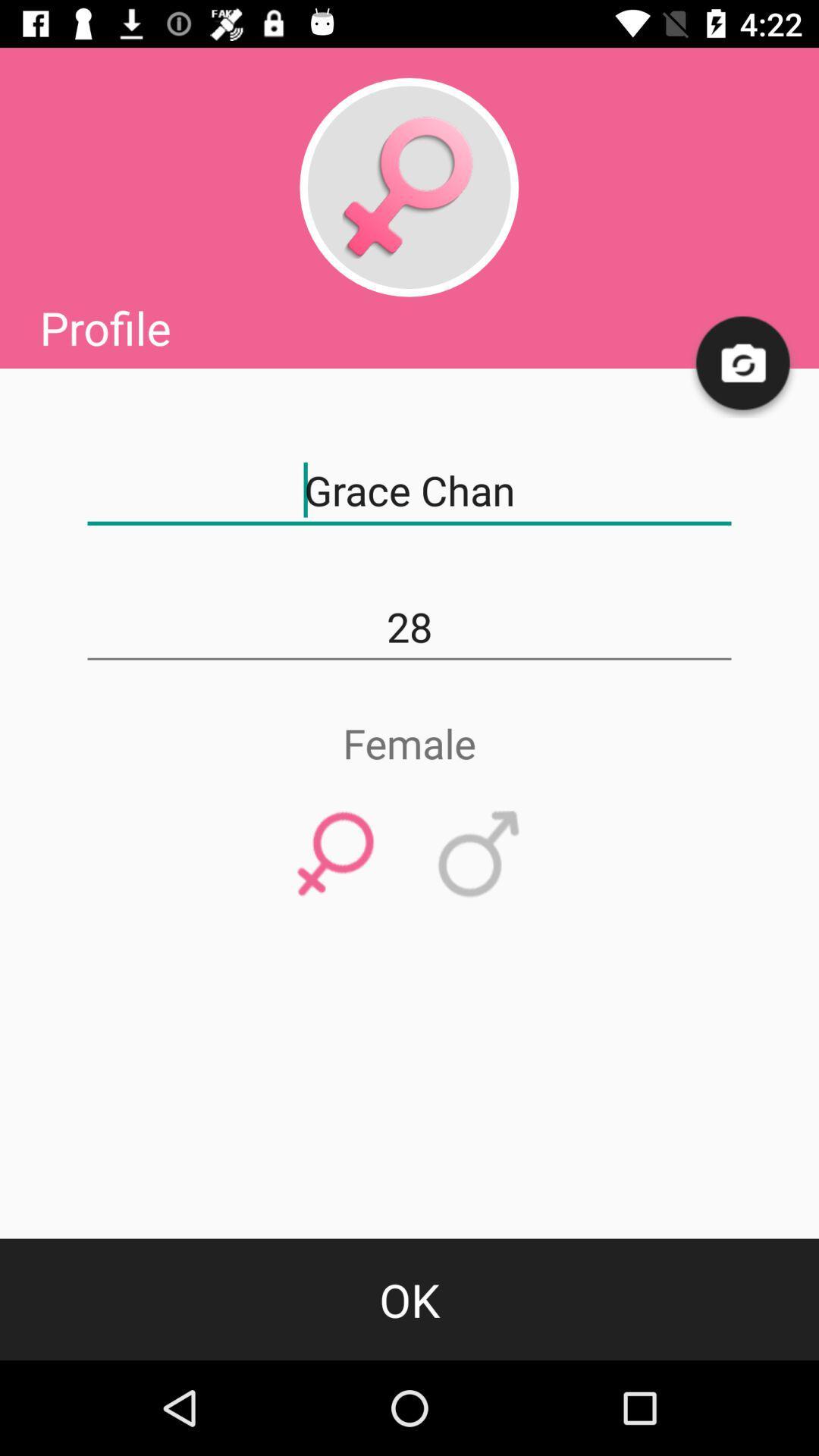 The height and width of the screenshot is (1456, 819). Describe the element at coordinates (408, 187) in the screenshot. I see `to edit the profile picture` at that location.